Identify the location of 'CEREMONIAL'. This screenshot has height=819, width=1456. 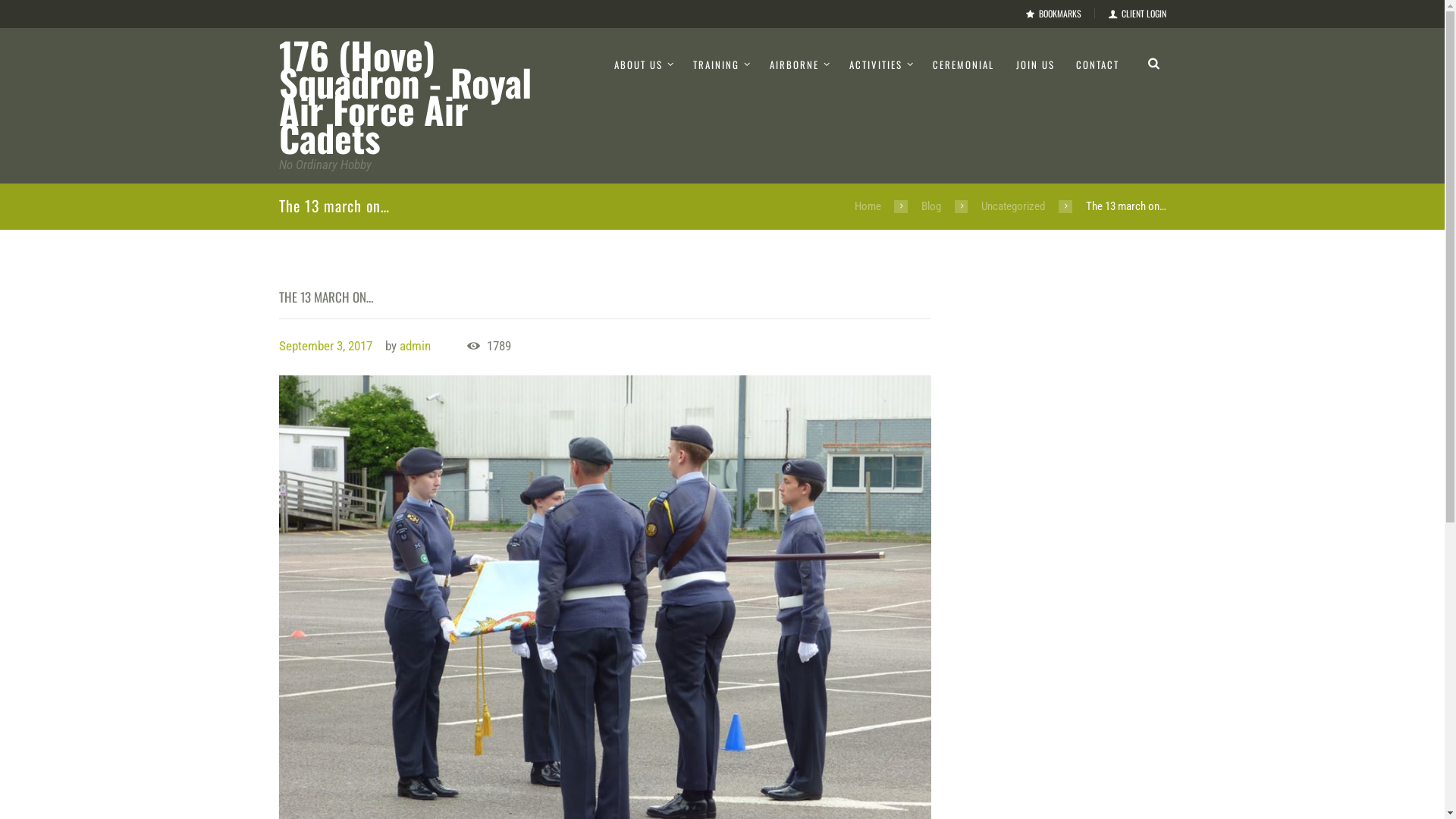
(962, 64).